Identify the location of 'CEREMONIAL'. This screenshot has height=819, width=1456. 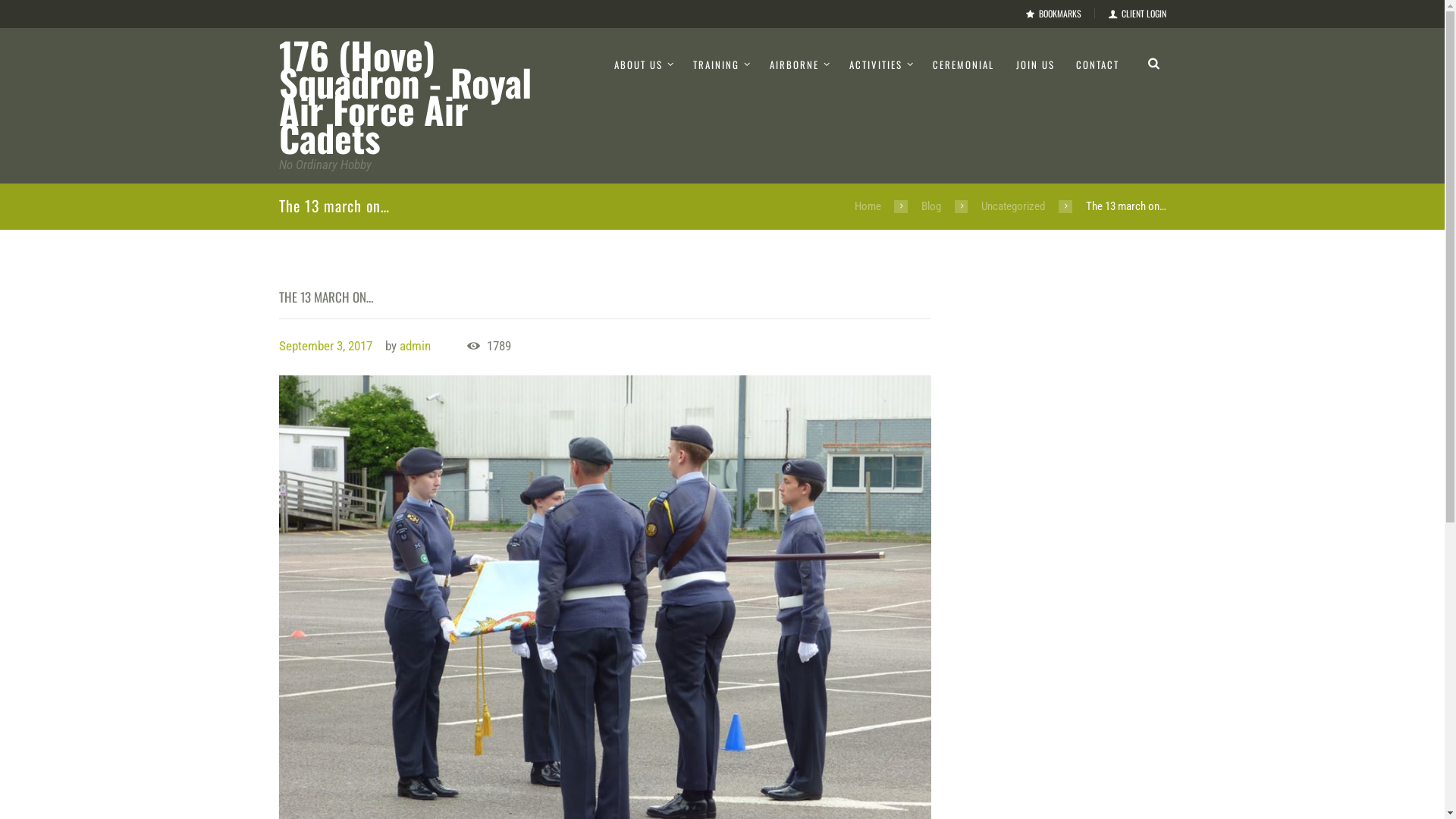
(962, 64).